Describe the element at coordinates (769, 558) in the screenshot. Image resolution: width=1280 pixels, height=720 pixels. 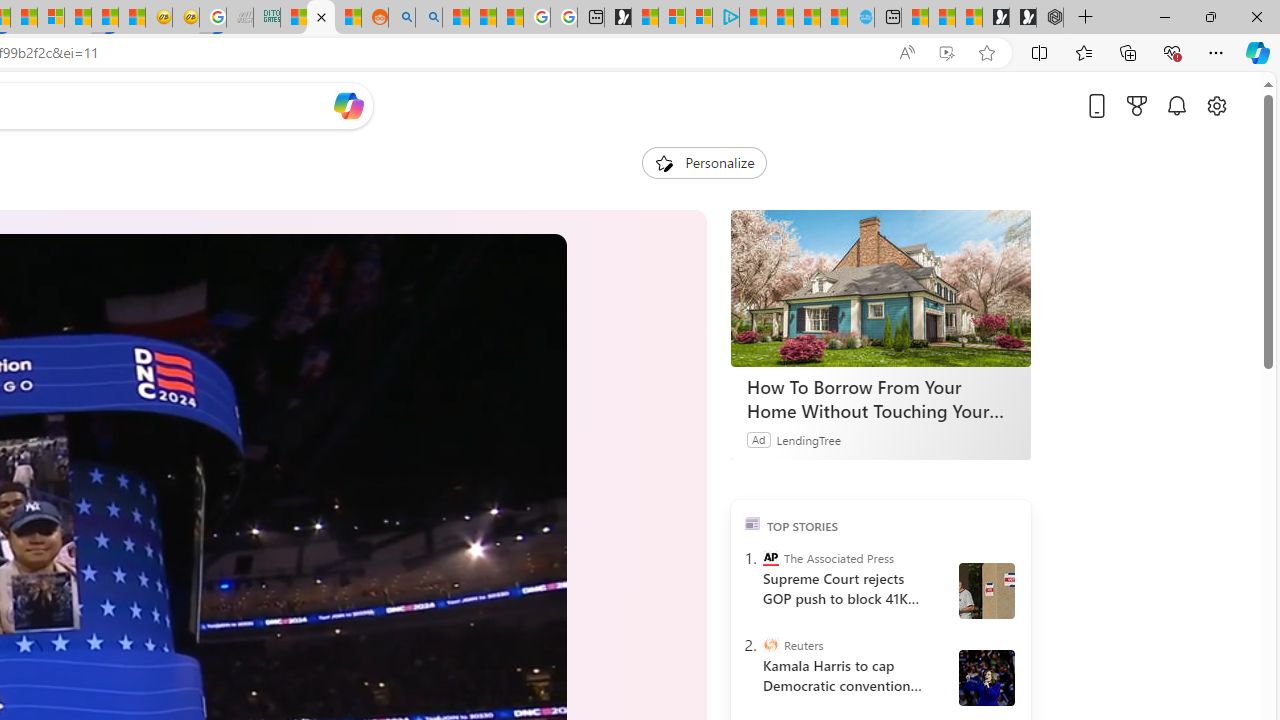
I see `'The Associated Press'` at that location.